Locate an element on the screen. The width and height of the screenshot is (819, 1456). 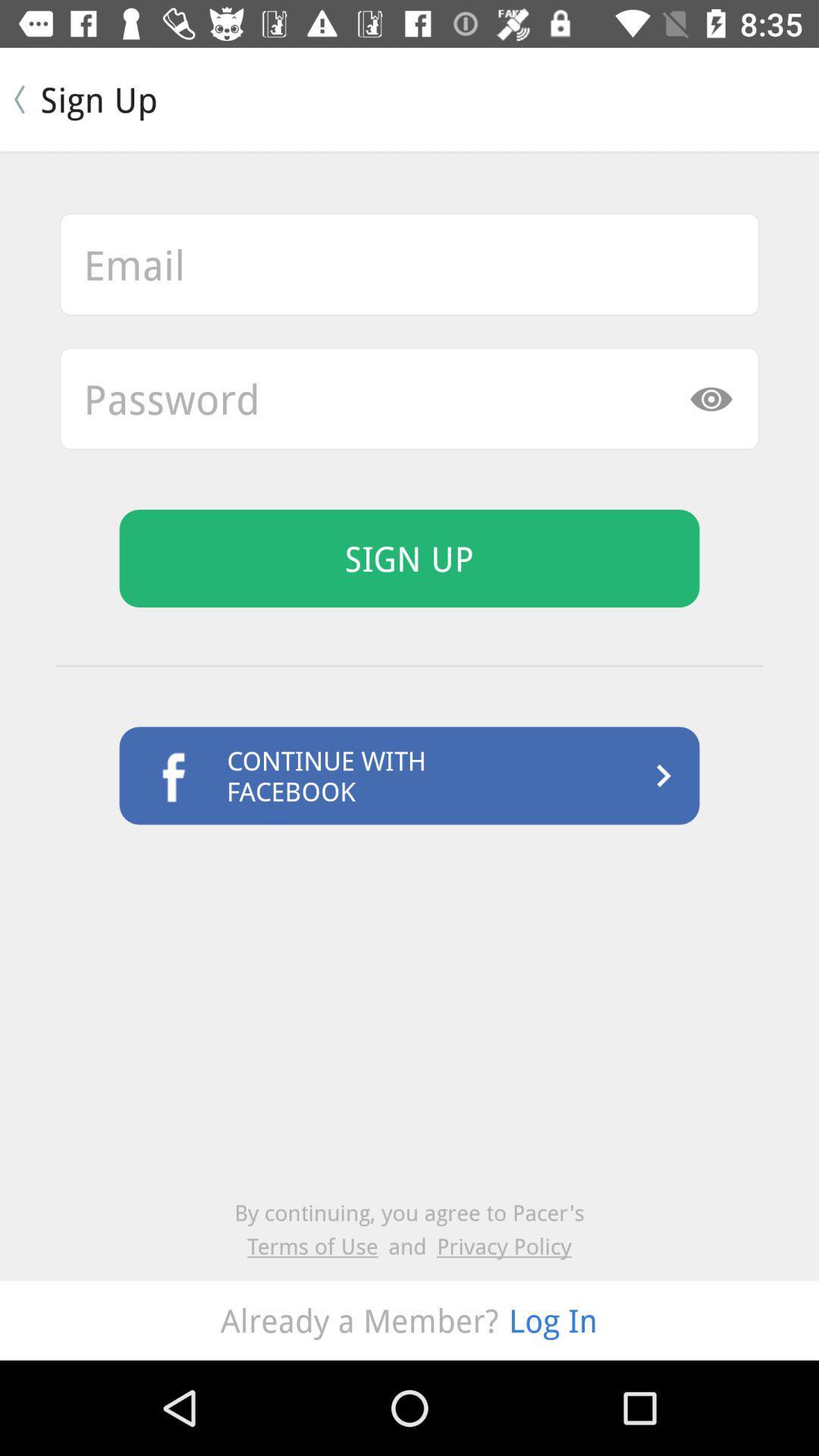
this option email address box is located at coordinates (409, 264).